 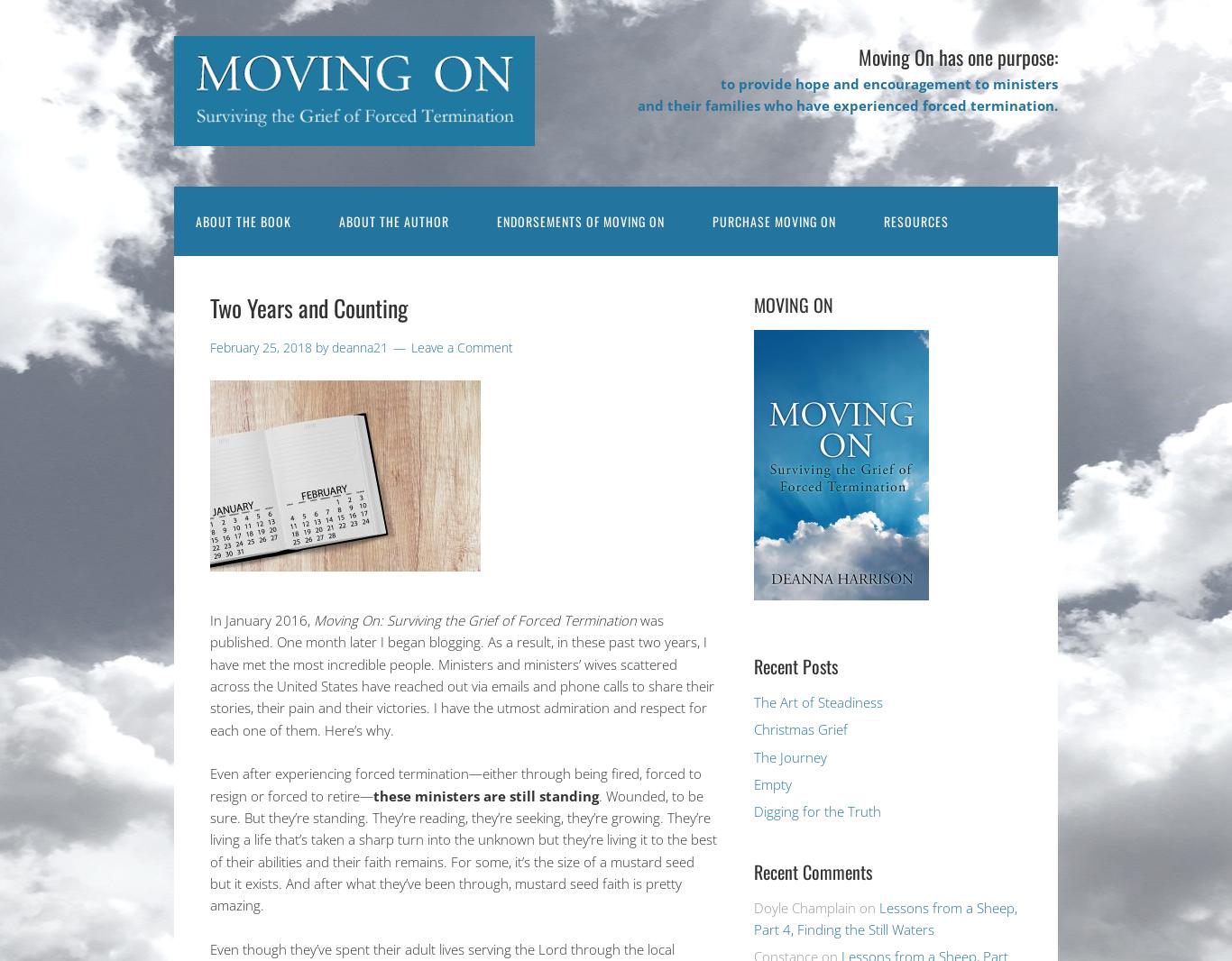 What do you see at coordinates (462, 346) in the screenshot?
I see `'Leave a Comment'` at bounding box center [462, 346].